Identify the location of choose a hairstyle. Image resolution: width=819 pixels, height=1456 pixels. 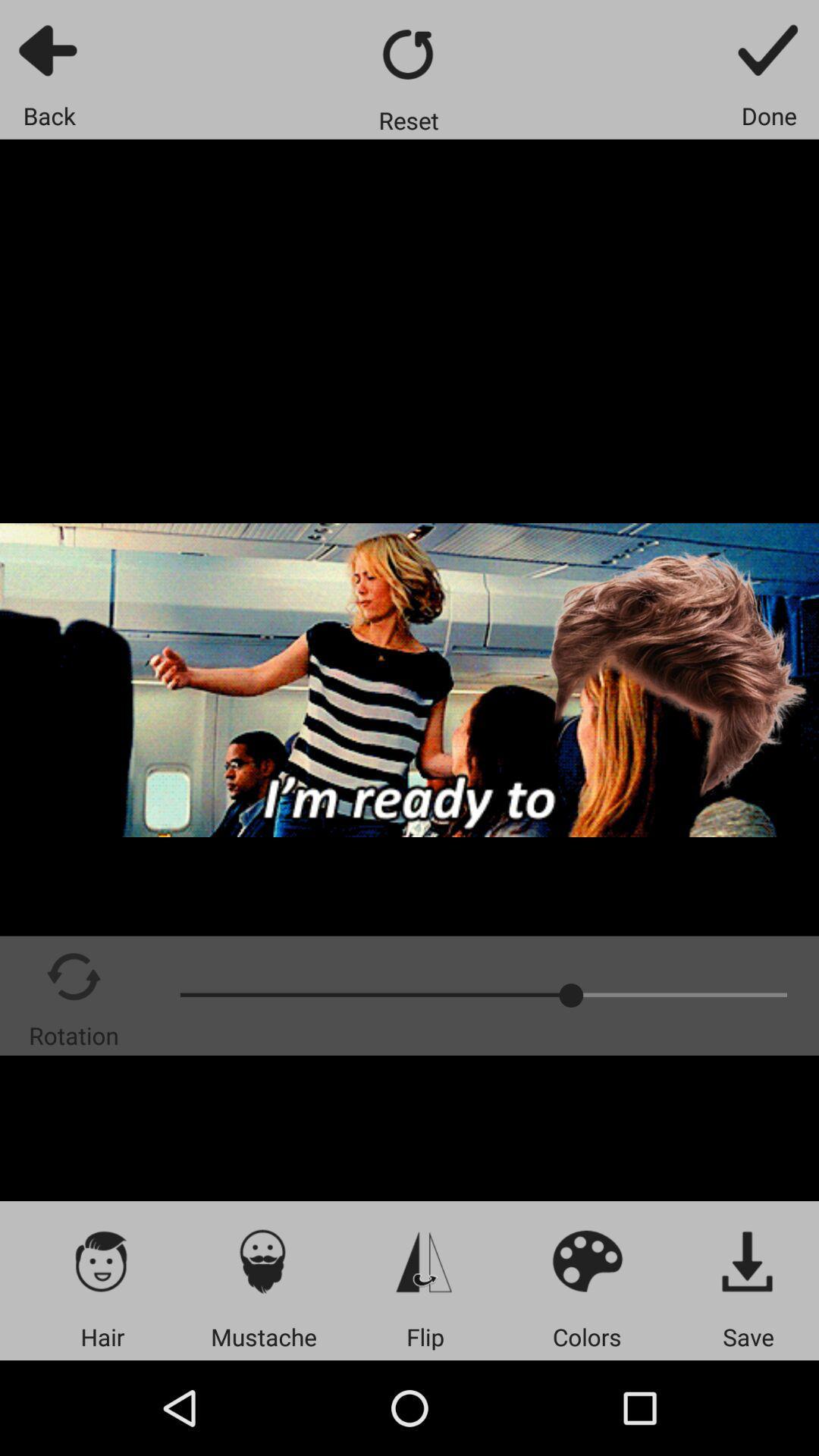
(102, 1260).